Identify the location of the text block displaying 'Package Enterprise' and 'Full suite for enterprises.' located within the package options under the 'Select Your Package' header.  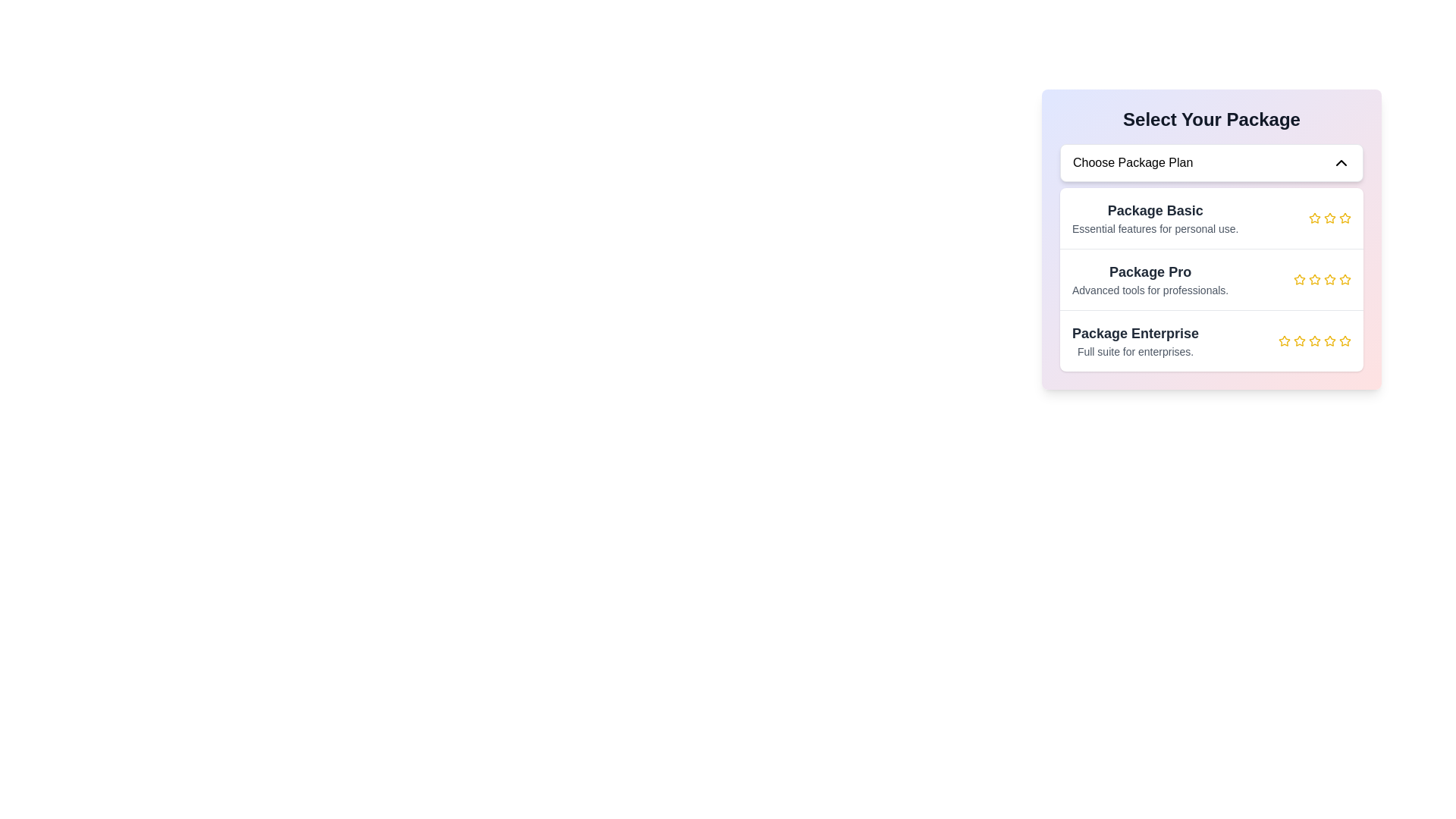
(1135, 341).